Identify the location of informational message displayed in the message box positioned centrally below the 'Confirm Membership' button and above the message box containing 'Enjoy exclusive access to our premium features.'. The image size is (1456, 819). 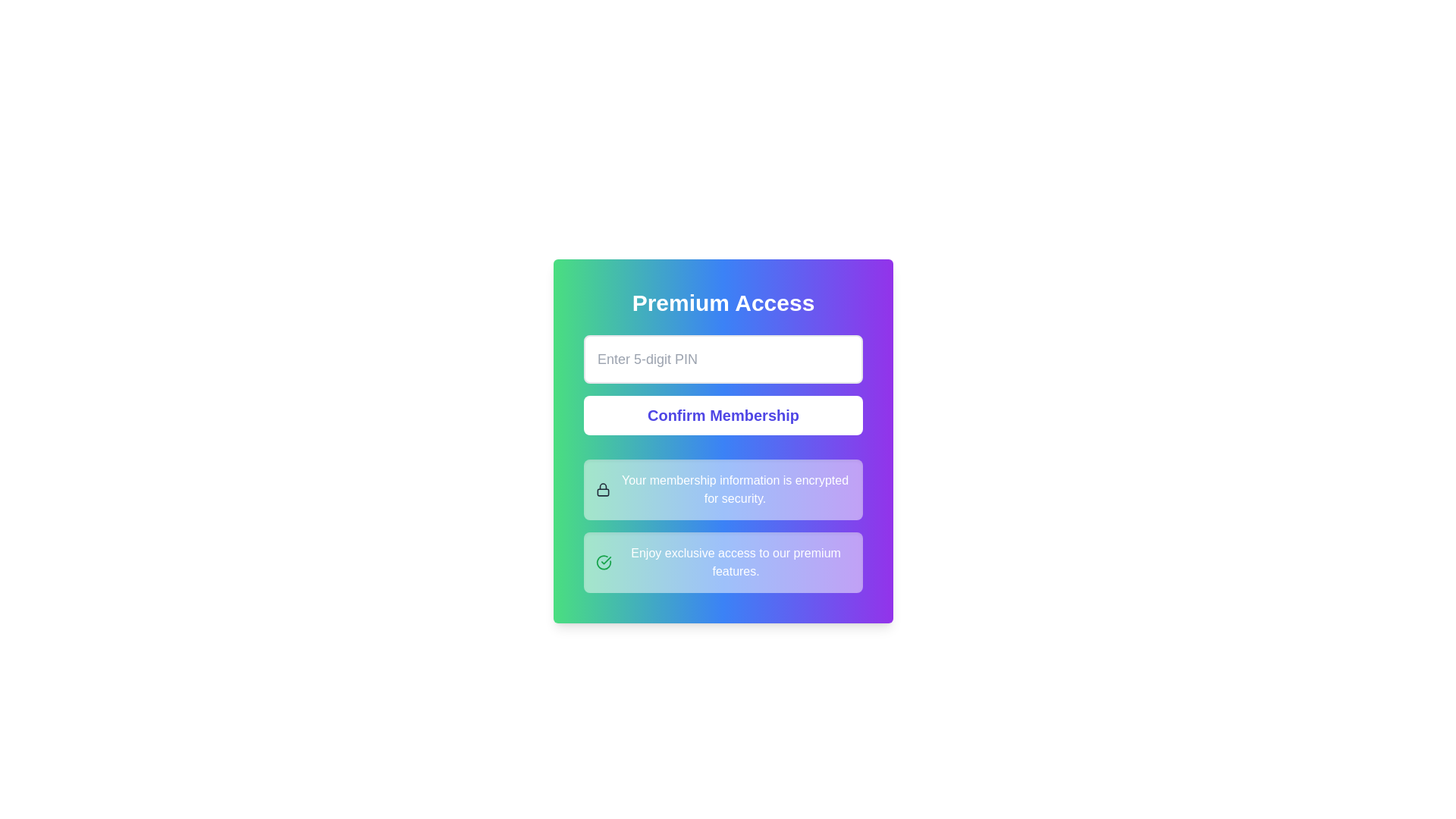
(723, 489).